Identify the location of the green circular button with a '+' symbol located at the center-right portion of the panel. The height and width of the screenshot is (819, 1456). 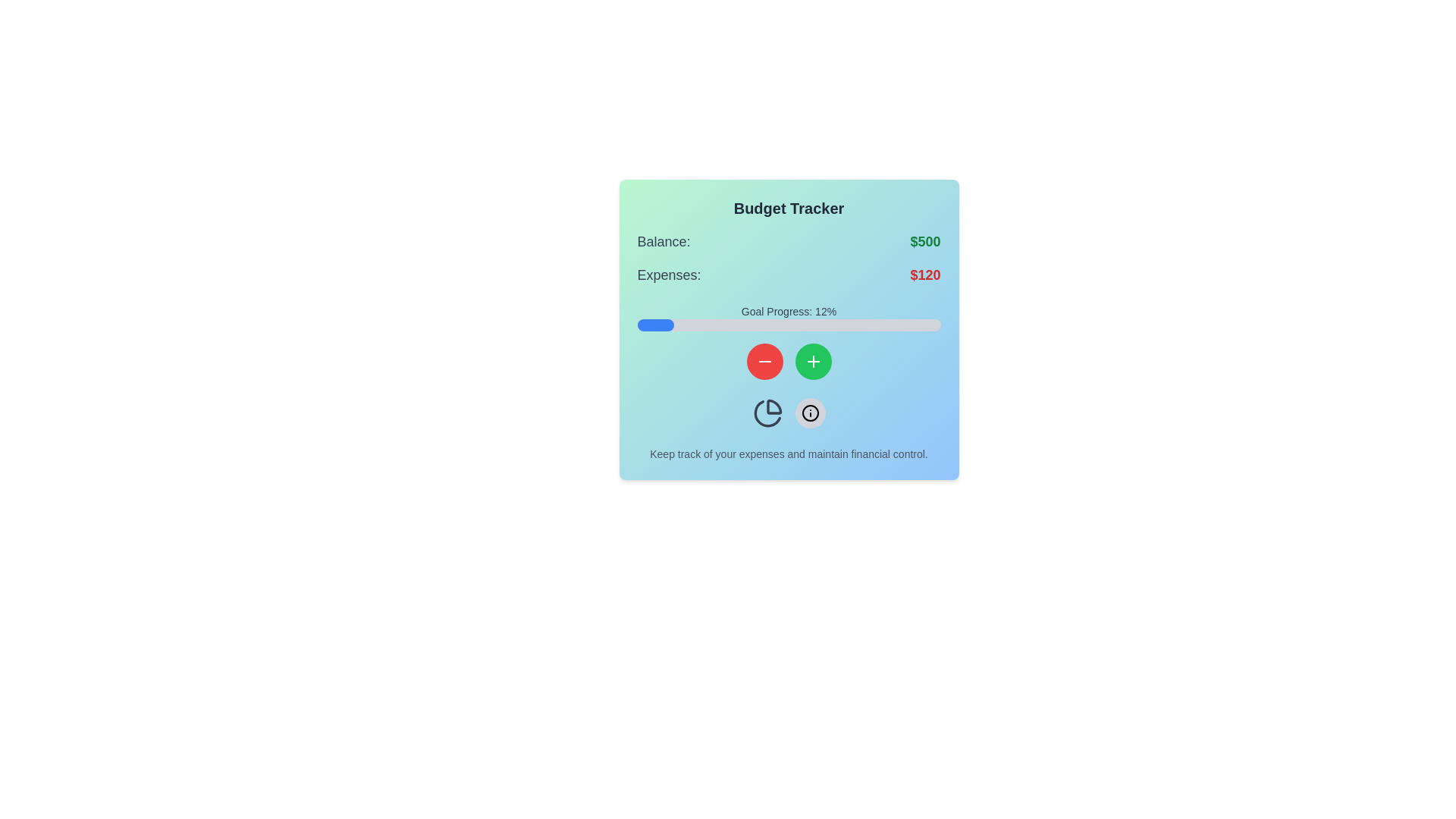
(812, 362).